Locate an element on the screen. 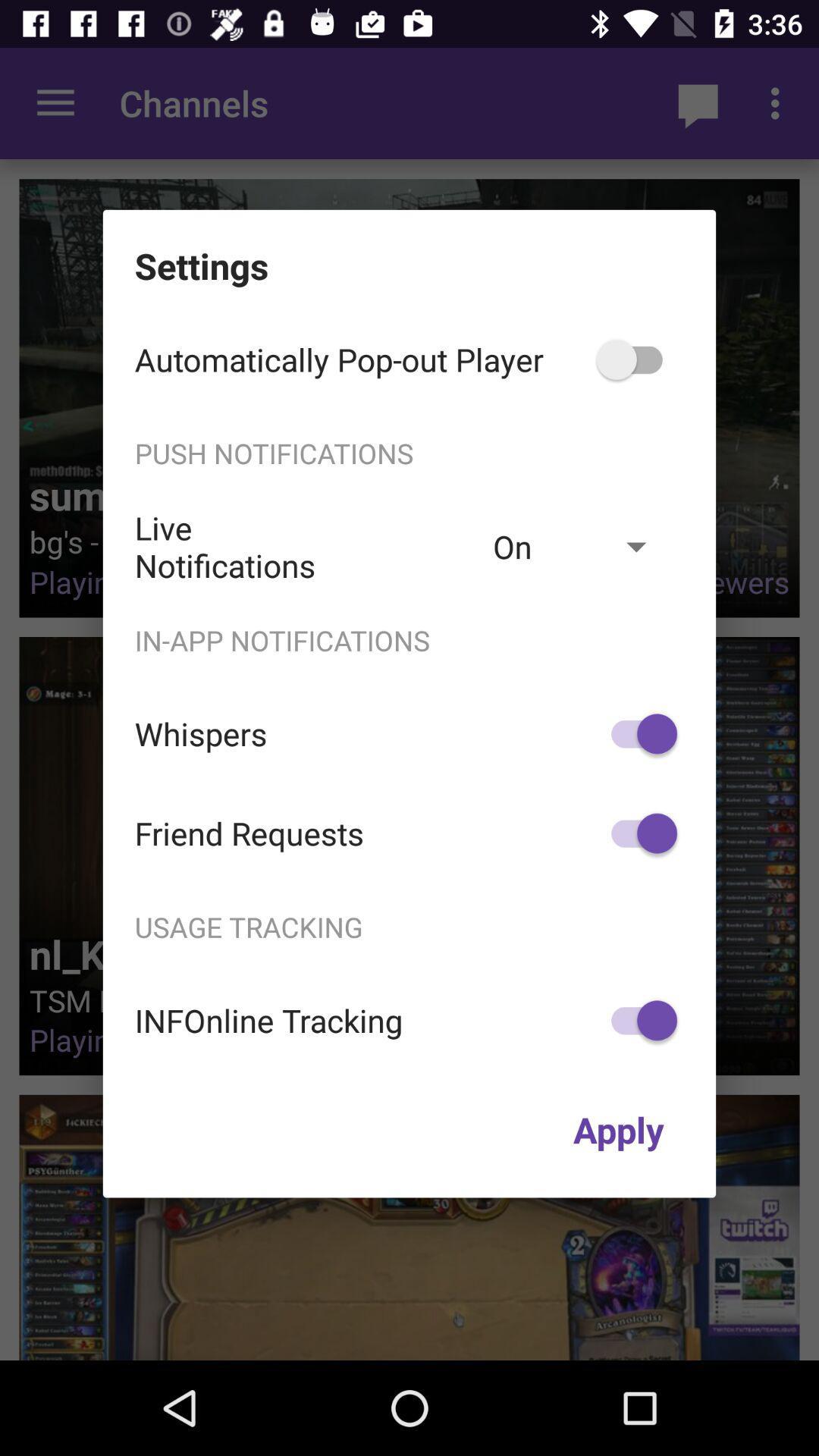  icon next to friend requests item is located at coordinates (637, 833).